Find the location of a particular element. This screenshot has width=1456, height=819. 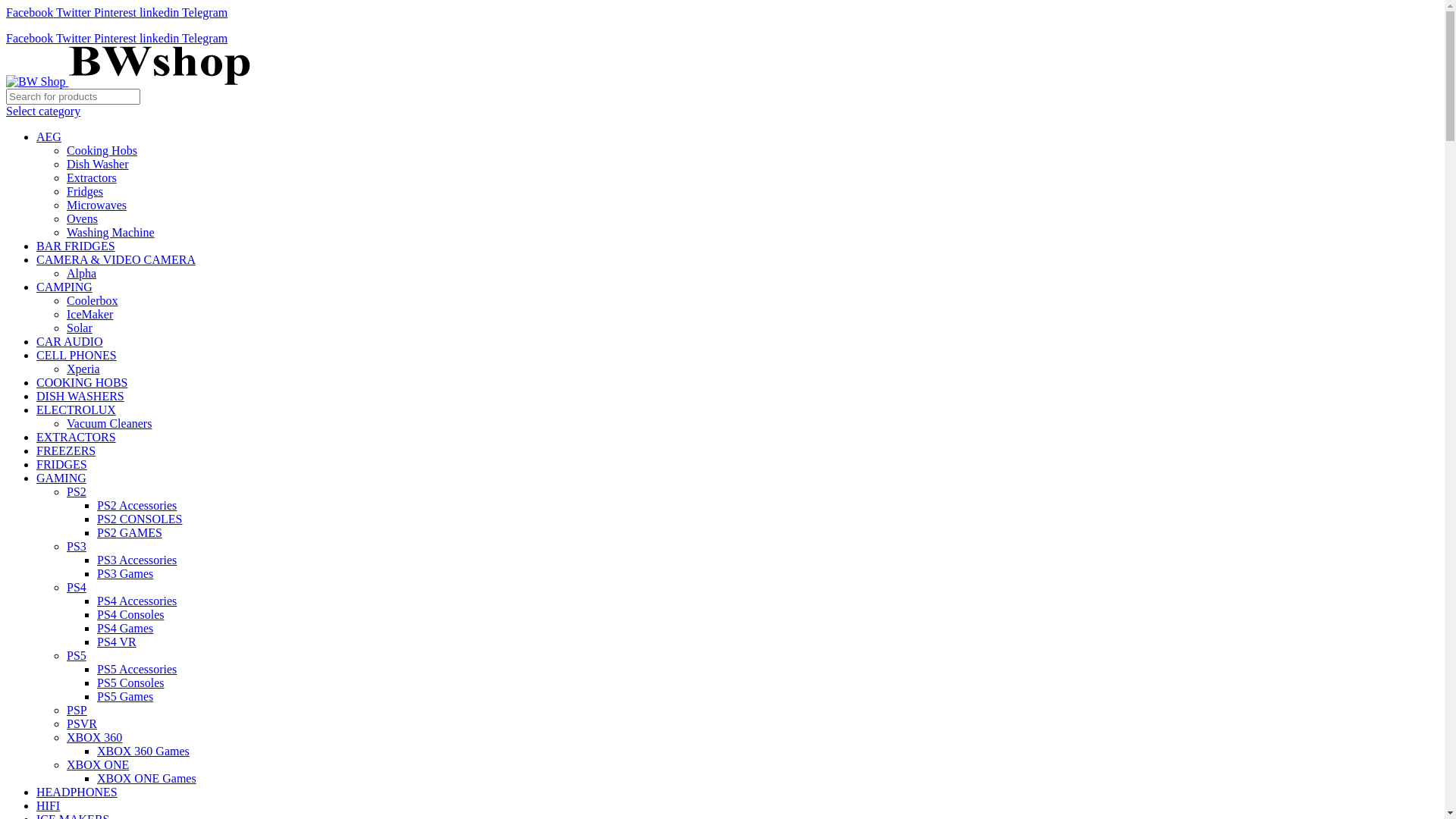

'XBOX ONE Games' is located at coordinates (146, 778).